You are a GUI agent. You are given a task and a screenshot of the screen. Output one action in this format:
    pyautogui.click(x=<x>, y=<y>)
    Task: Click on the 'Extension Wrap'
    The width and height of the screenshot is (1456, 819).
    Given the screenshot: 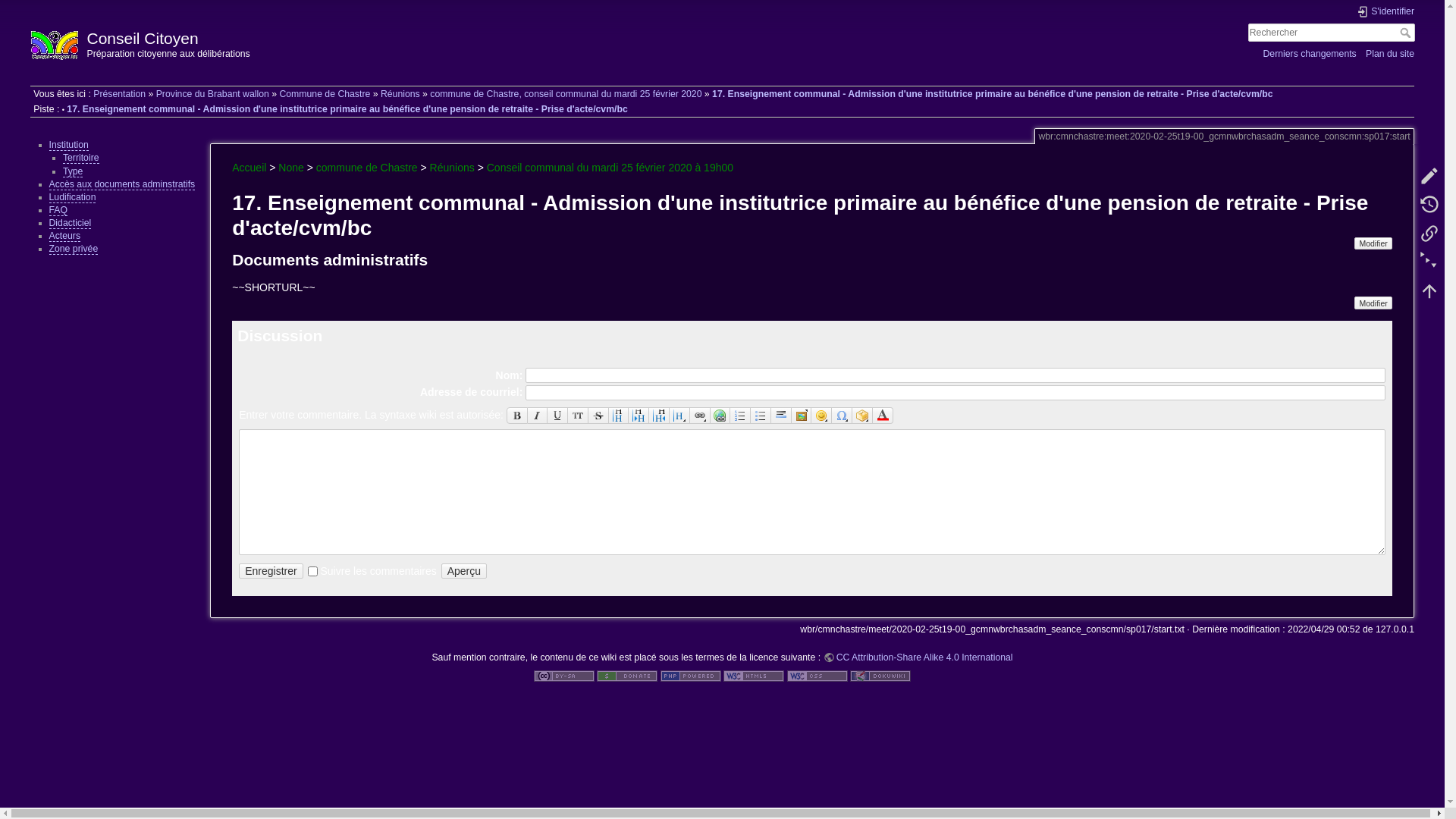 What is the action you would take?
    pyautogui.click(x=862, y=415)
    